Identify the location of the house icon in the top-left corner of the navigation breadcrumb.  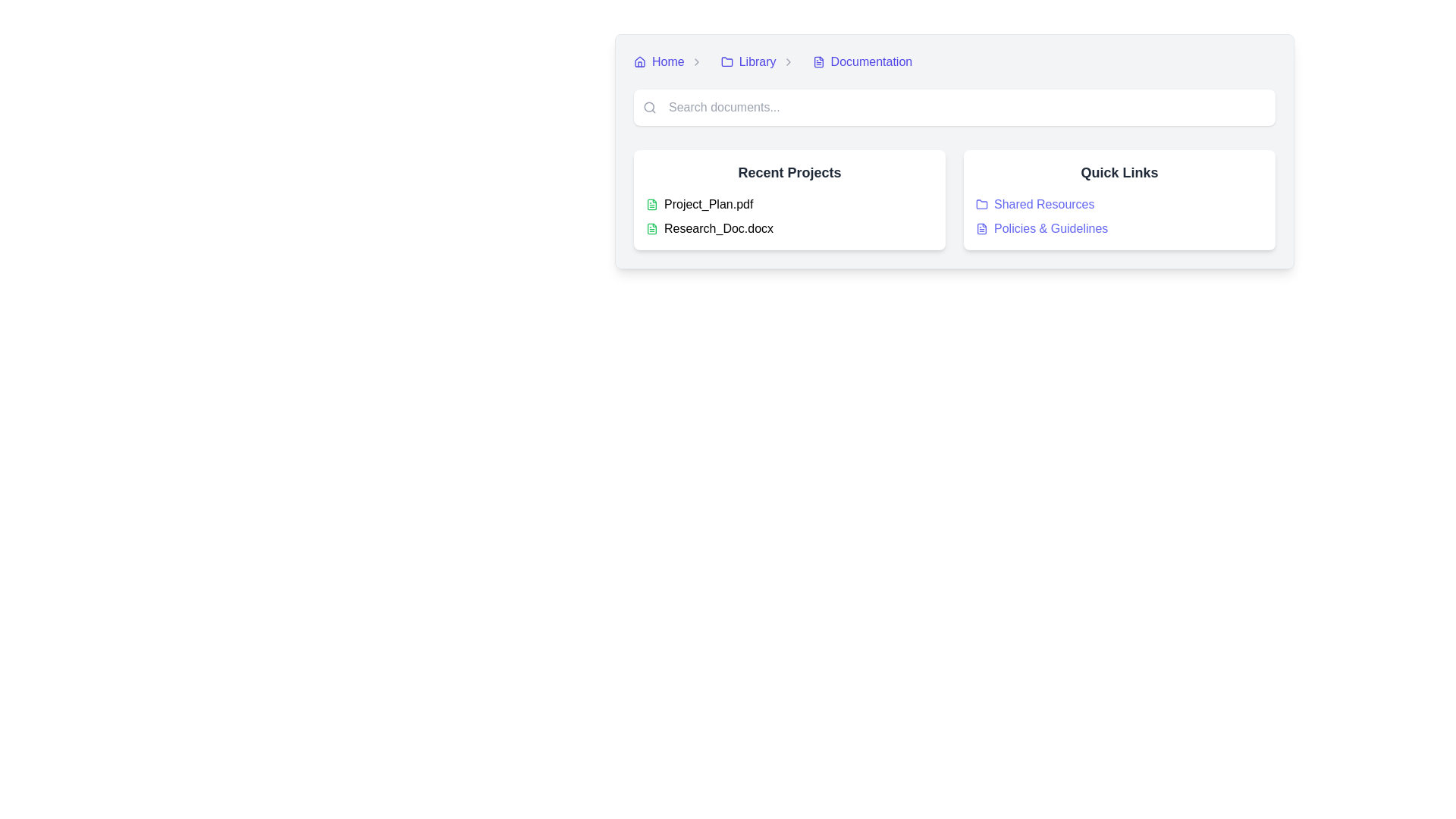
(640, 61).